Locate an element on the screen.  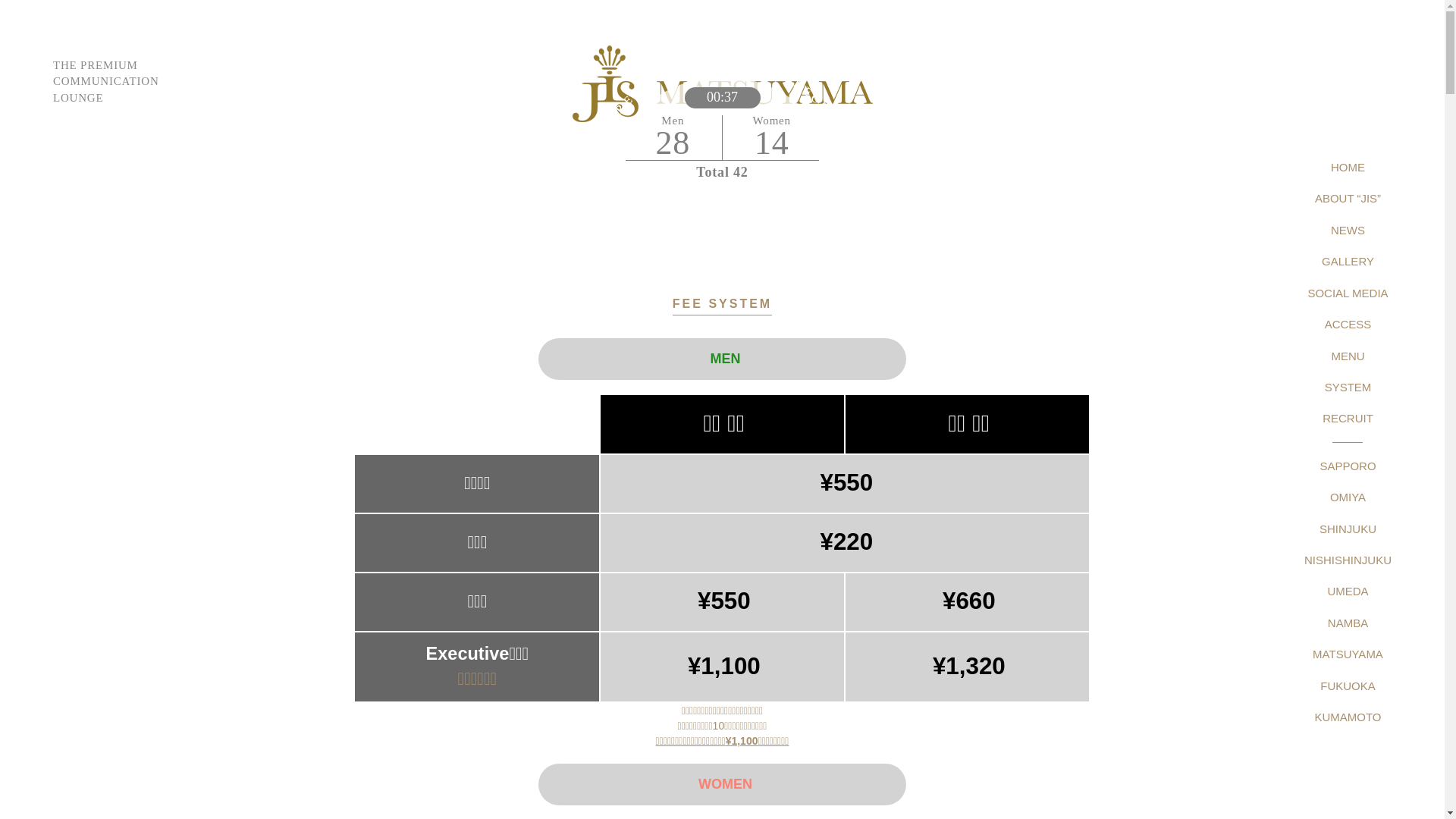
'RECRUIT' is located at coordinates (1348, 418).